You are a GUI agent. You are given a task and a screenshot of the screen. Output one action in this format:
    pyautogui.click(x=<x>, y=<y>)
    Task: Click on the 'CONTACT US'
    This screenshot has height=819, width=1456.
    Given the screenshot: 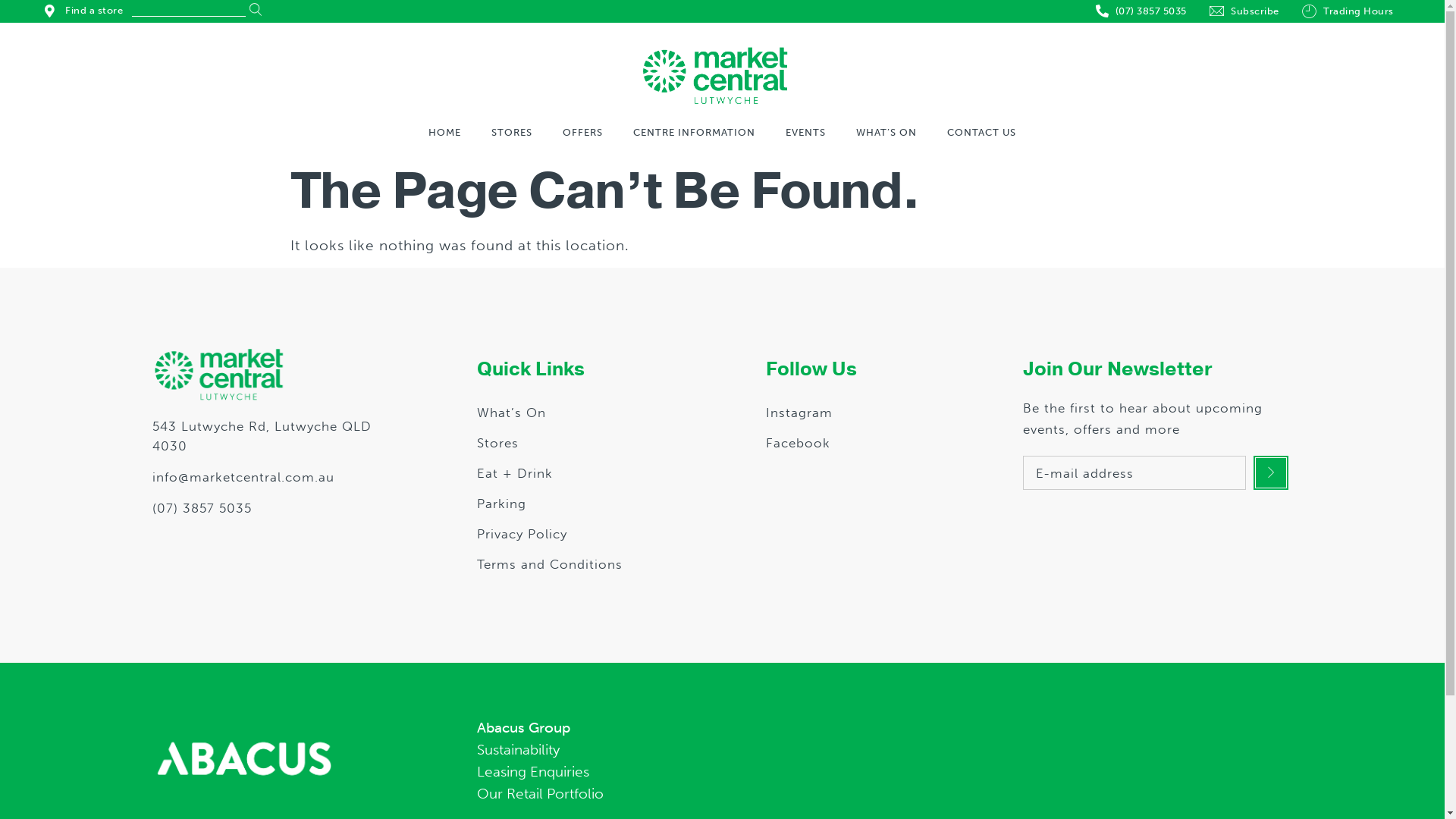 What is the action you would take?
    pyautogui.click(x=946, y=131)
    